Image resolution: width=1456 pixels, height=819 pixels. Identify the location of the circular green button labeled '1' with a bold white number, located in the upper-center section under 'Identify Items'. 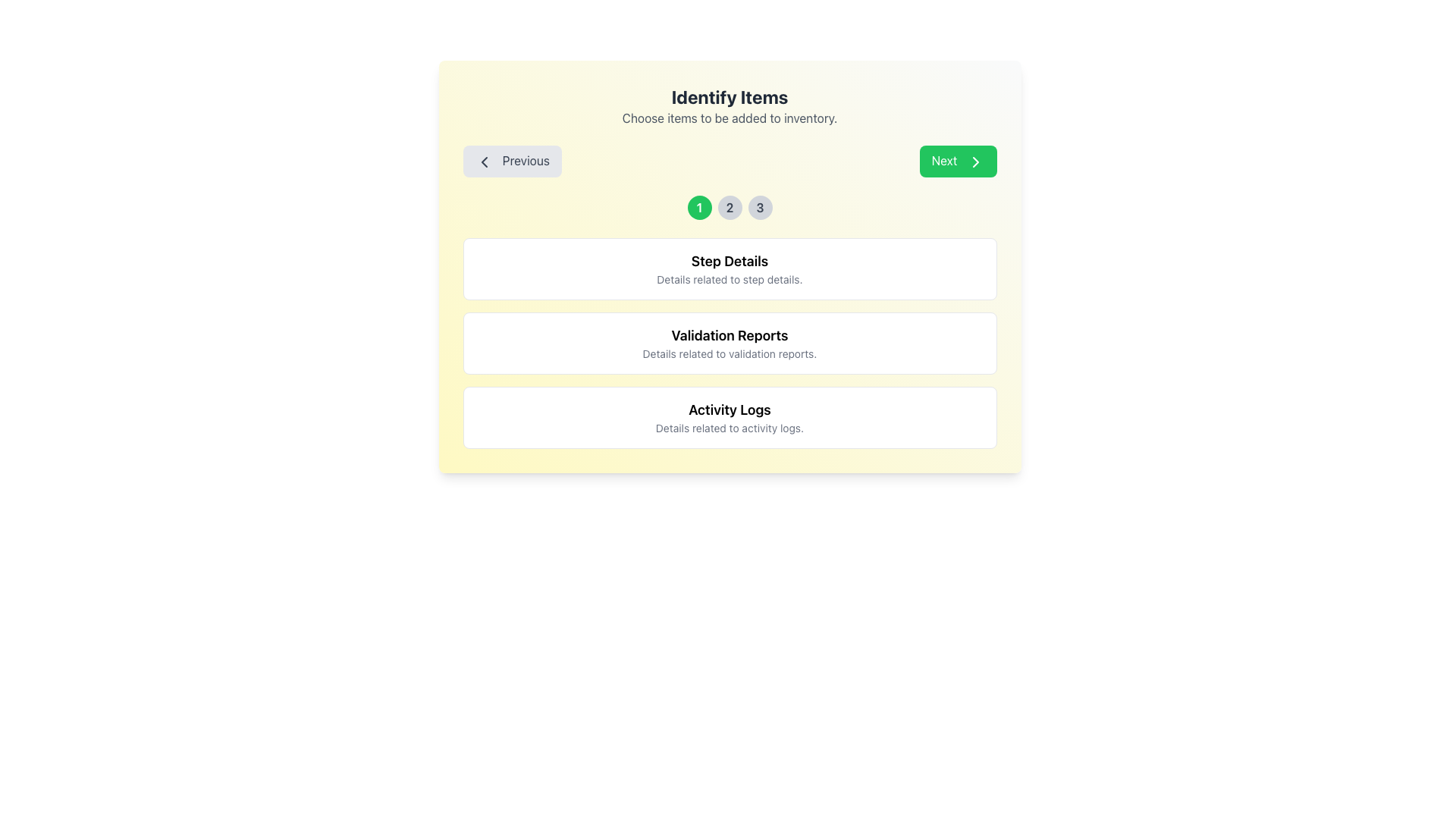
(698, 207).